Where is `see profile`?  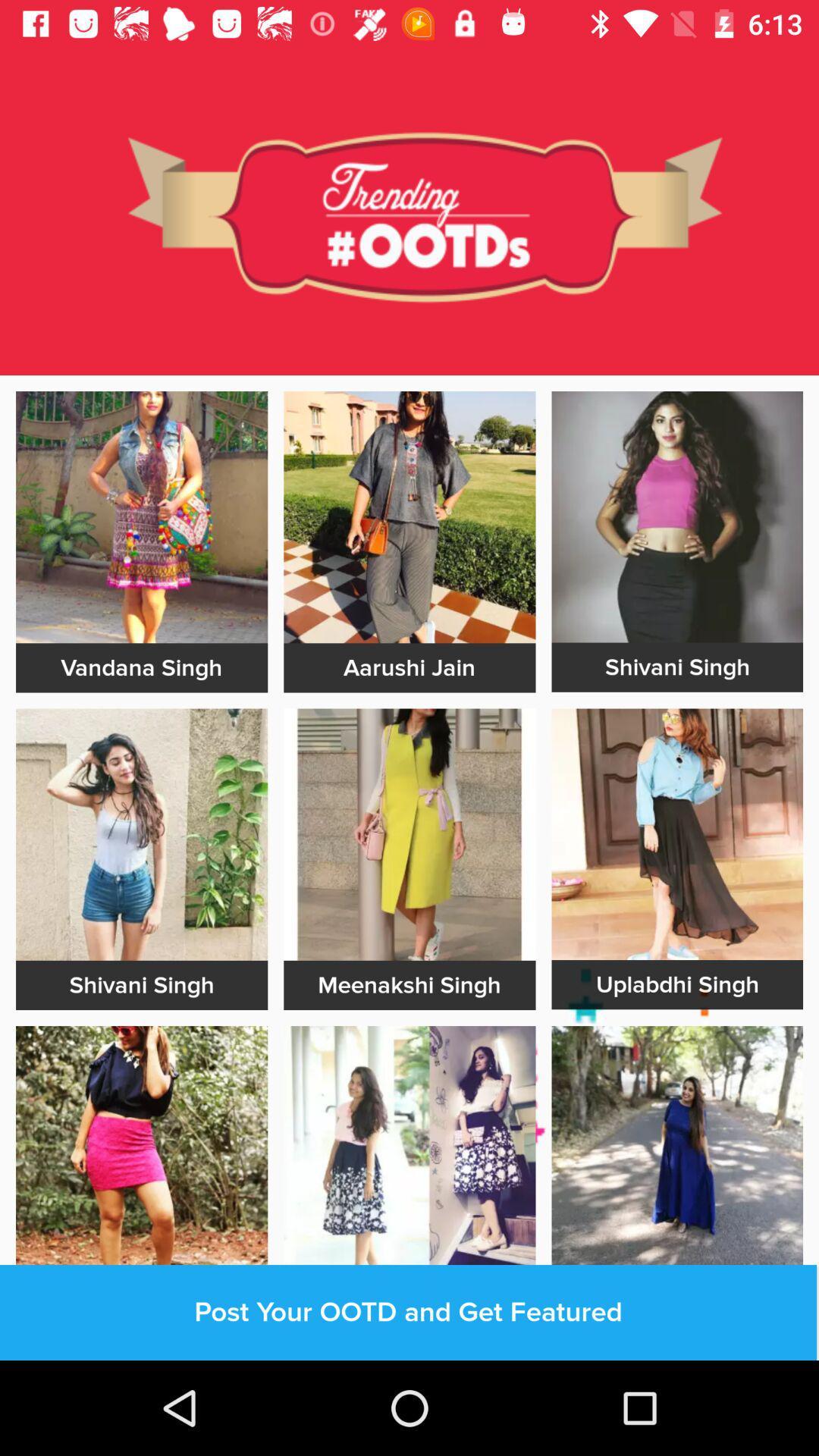
see profile is located at coordinates (676, 516).